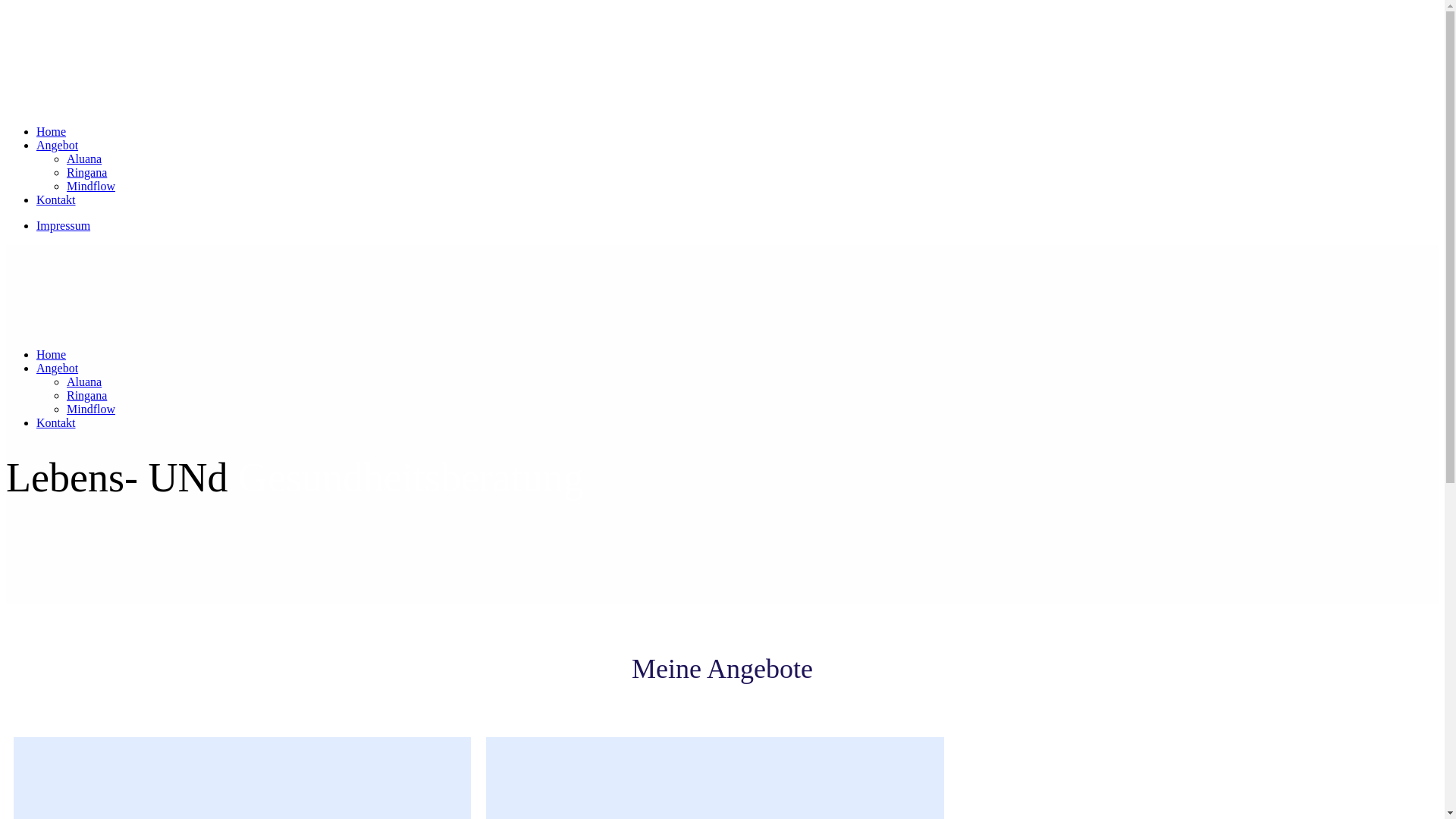 The image size is (1456, 819). Describe the element at coordinates (55, 199) in the screenshot. I see `'Kontakt'` at that location.